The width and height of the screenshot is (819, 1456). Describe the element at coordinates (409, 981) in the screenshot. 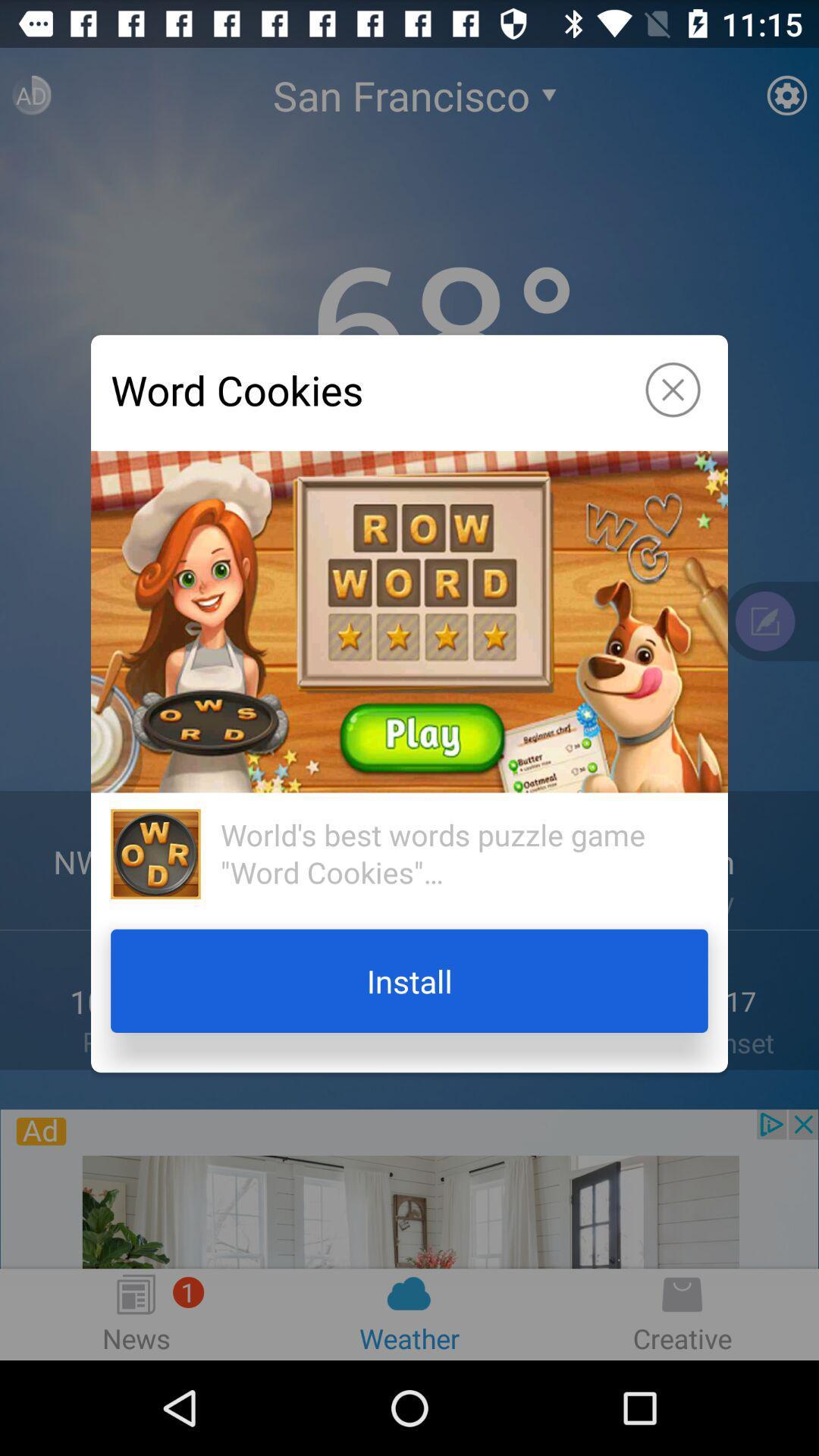

I see `the install item` at that location.